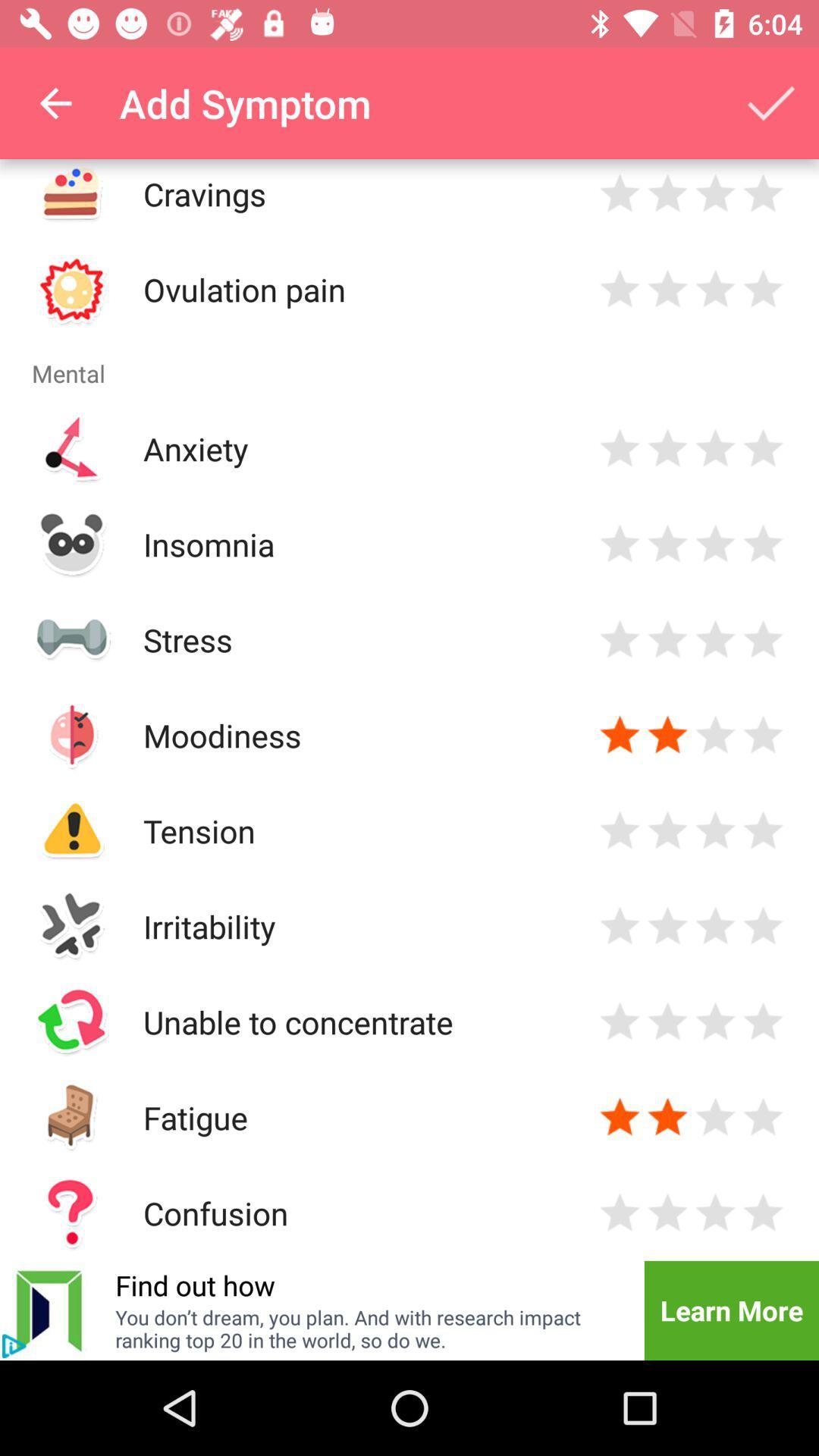  Describe the element at coordinates (715, 639) in the screenshot. I see `mark as three stars` at that location.